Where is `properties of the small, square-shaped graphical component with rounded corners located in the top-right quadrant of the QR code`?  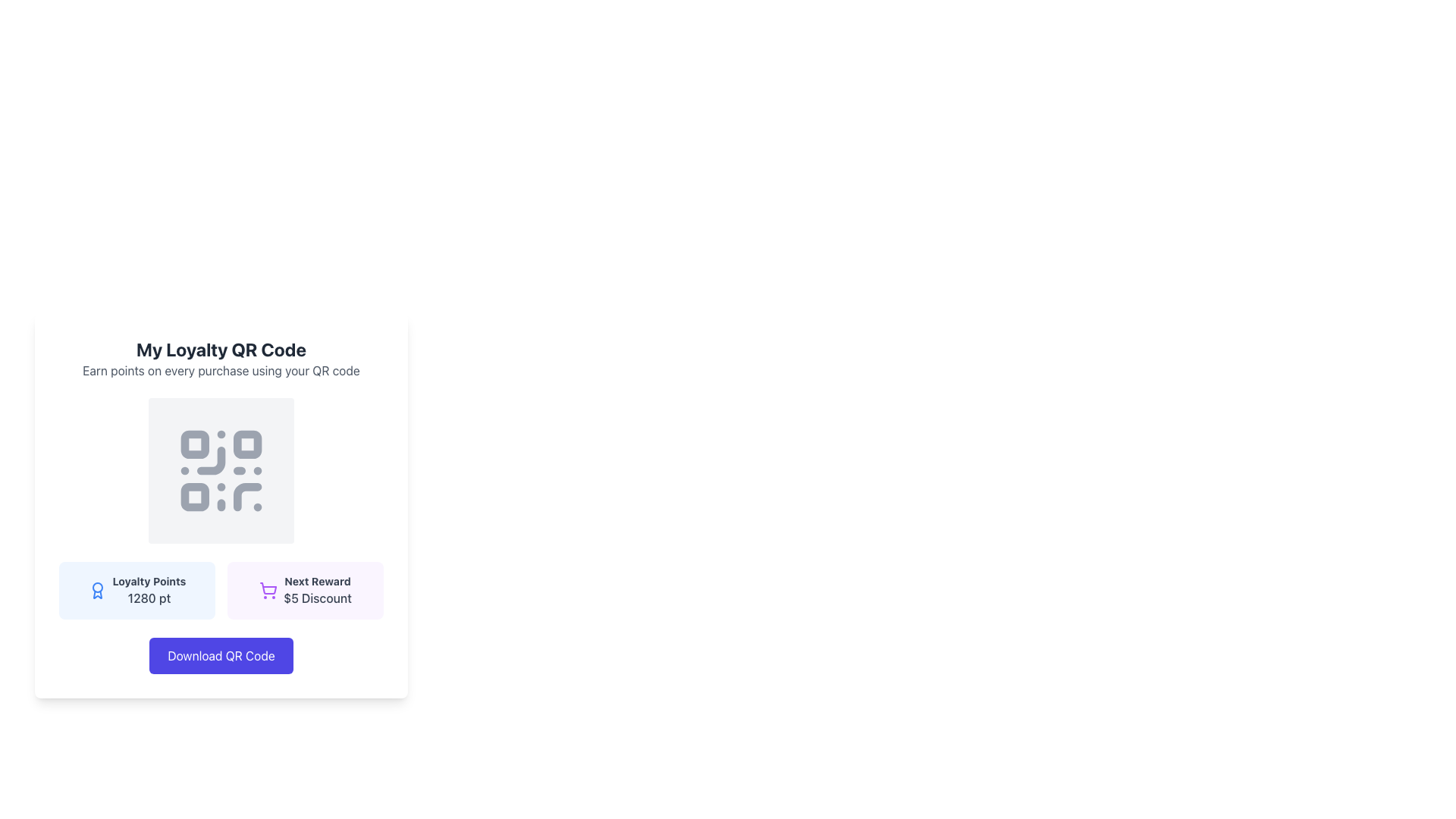 properties of the small, square-shaped graphical component with rounded corners located in the top-right quadrant of the QR code is located at coordinates (247, 444).